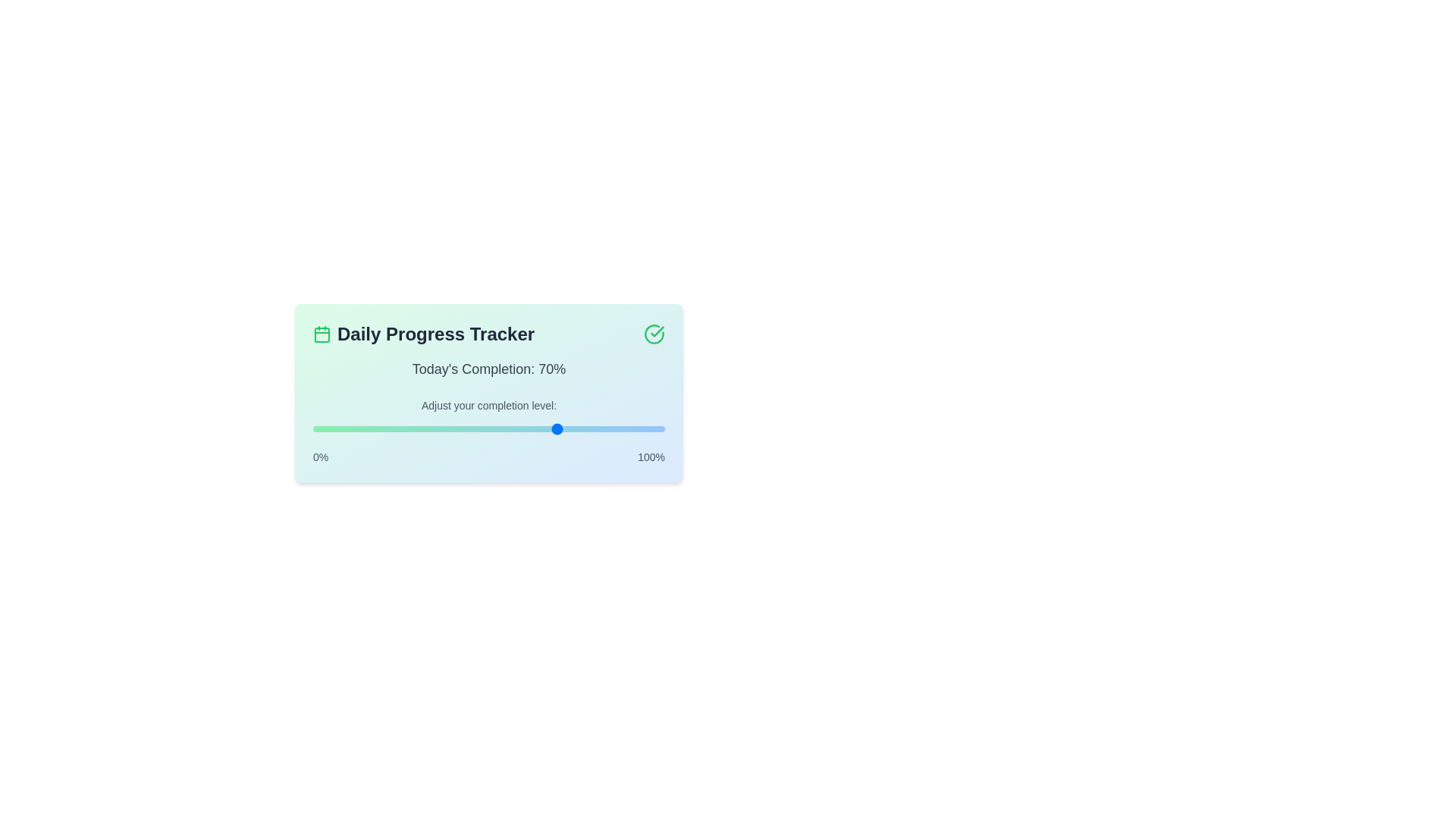 The height and width of the screenshot is (819, 1456). What do you see at coordinates (347, 429) in the screenshot?
I see `the progress level to 10%` at bounding box center [347, 429].